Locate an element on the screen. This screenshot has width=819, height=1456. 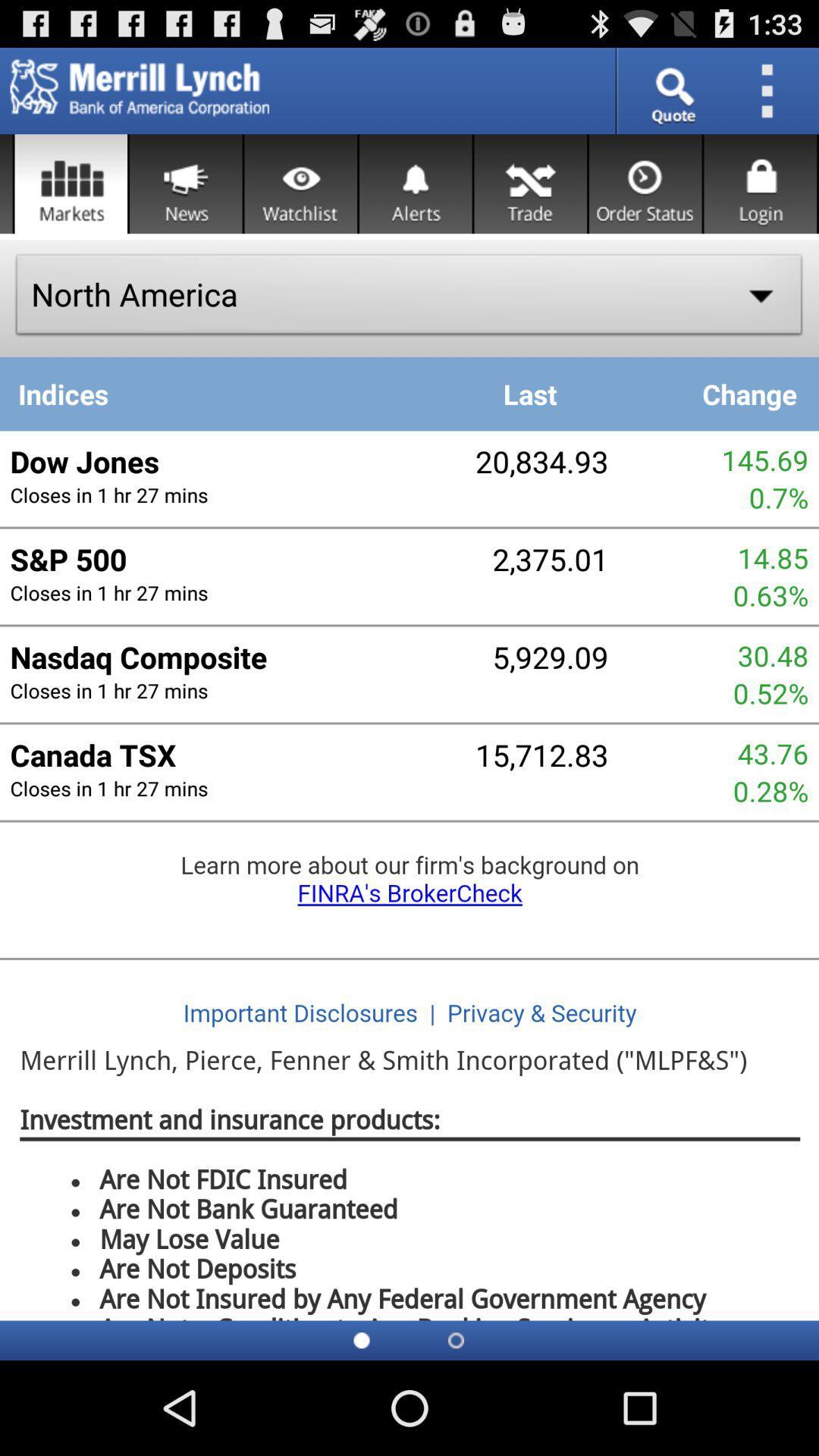
the notifications icon is located at coordinates (416, 196).